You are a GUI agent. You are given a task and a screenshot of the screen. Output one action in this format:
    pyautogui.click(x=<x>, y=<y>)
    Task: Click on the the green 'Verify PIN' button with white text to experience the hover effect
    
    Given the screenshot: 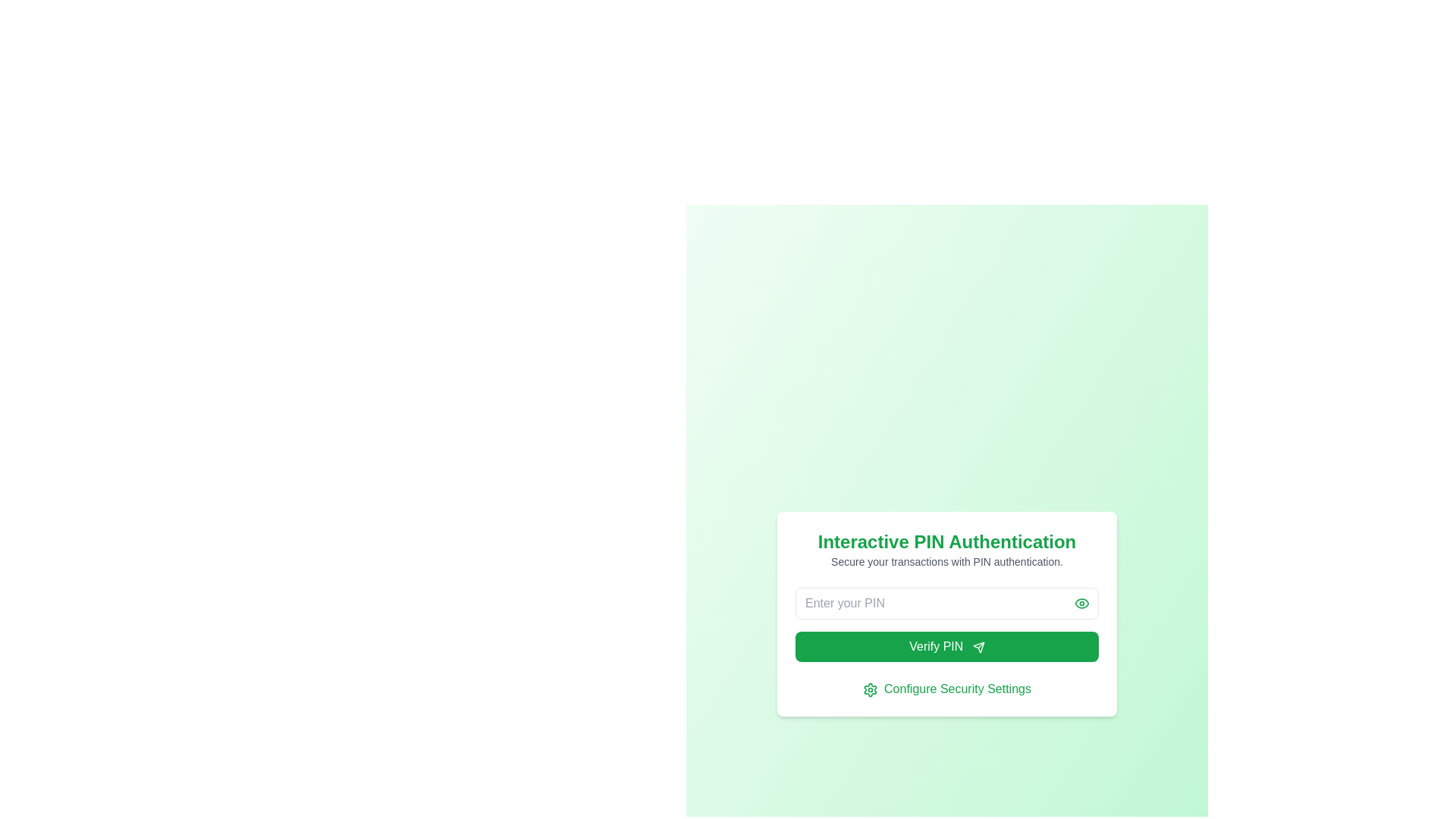 What is the action you would take?
    pyautogui.click(x=946, y=646)
    